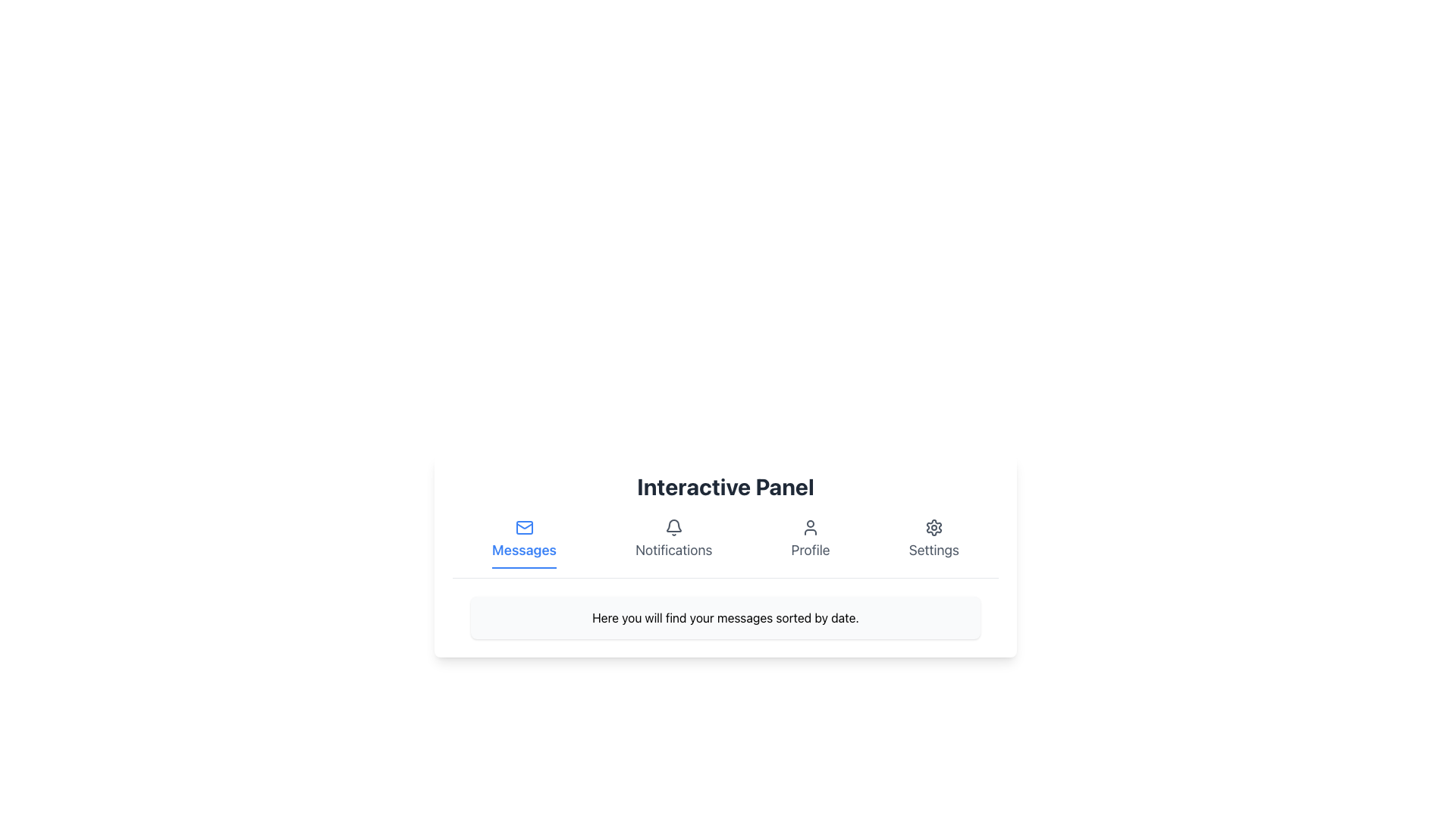 The image size is (1456, 819). What do you see at coordinates (933, 526) in the screenshot?
I see `the gear-shaped icon with a gray outline in the 'Settings' section` at bounding box center [933, 526].